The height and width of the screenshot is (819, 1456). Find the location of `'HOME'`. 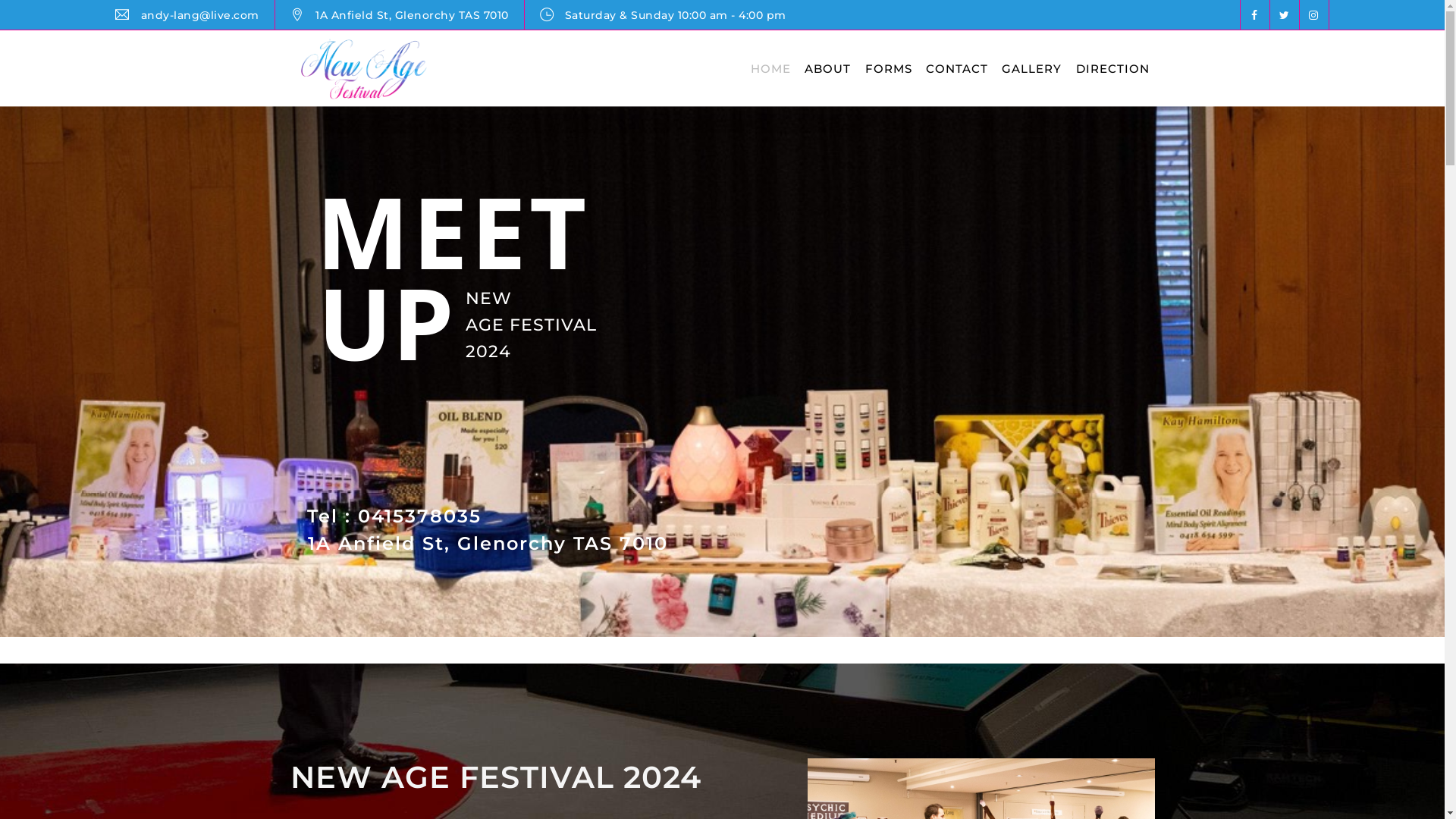

'HOME' is located at coordinates (770, 68).